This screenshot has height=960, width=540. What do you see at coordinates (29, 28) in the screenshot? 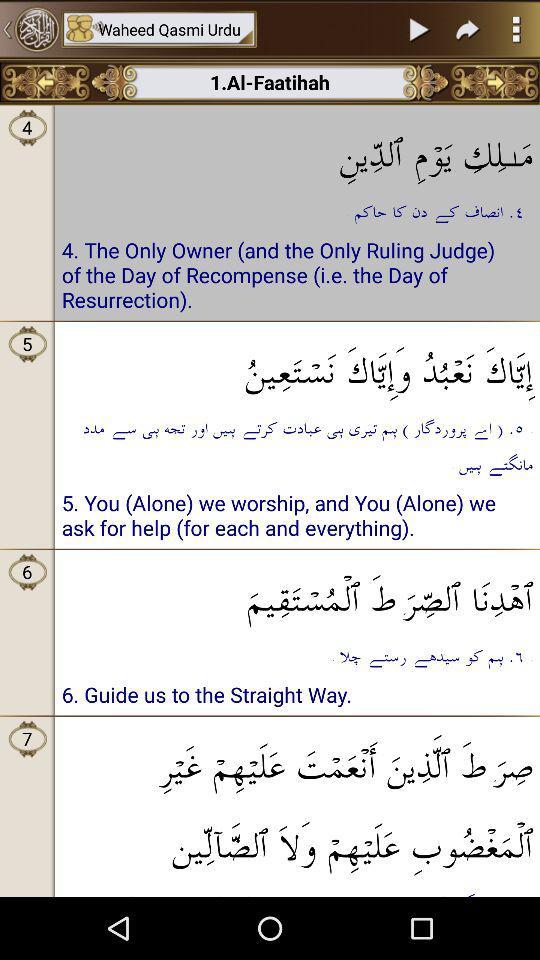
I see `go back` at bounding box center [29, 28].